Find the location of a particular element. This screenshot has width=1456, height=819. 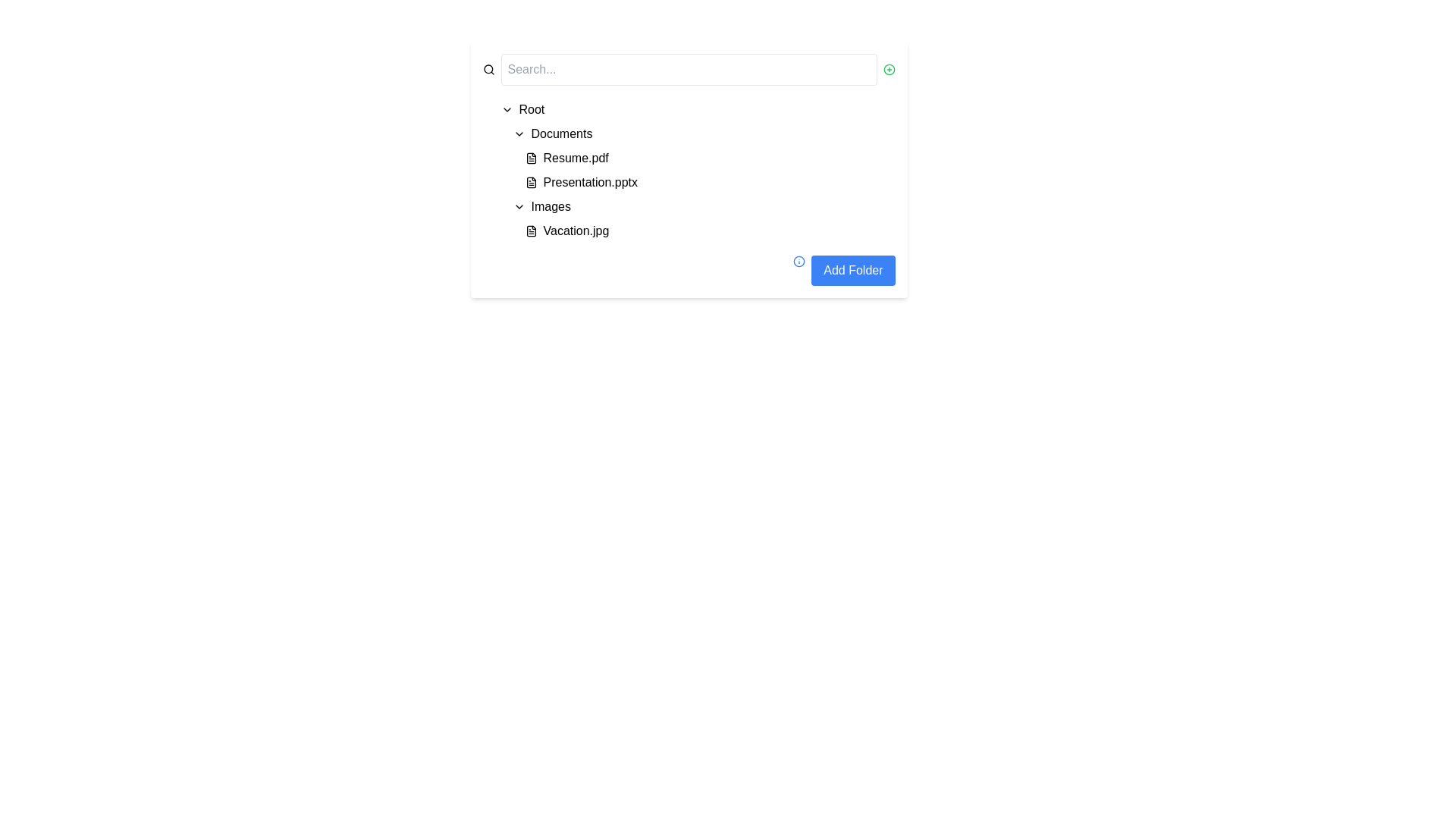

the chevron icon indicating the state of the collapsible section before the text label 'Root' in the dropdown component is located at coordinates (507, 109).